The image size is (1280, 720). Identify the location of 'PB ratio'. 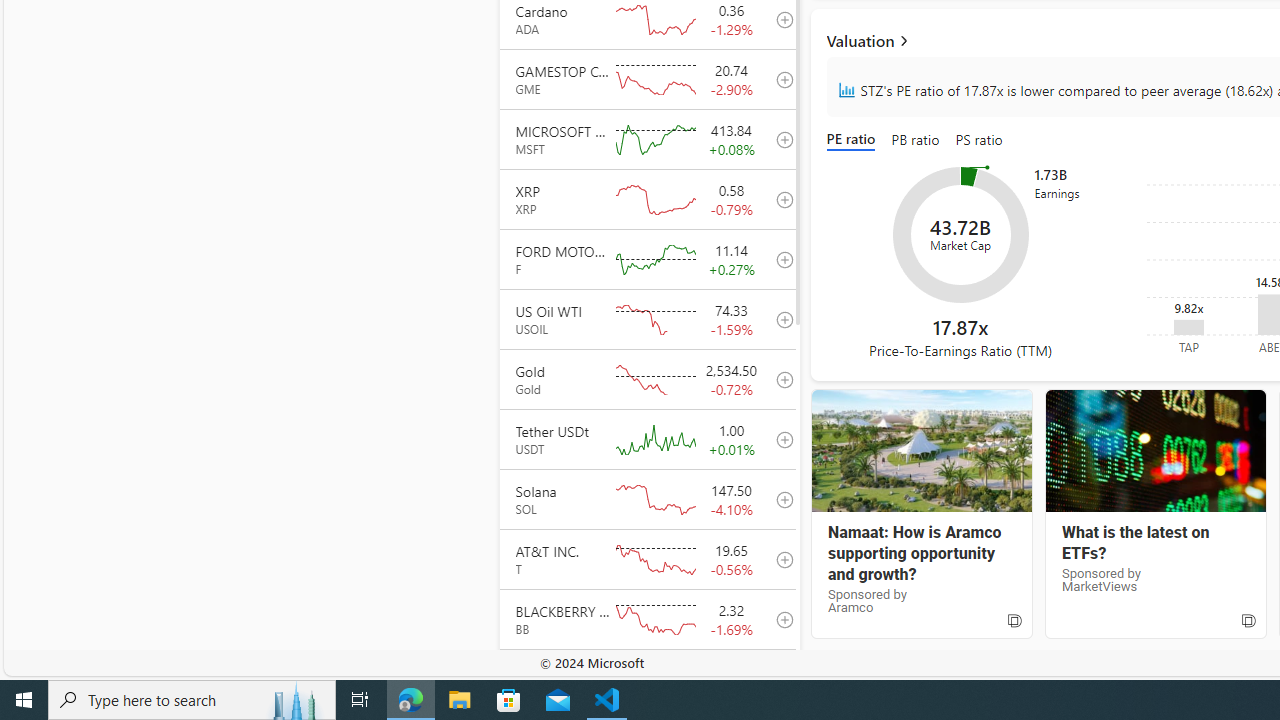
(914, 140).